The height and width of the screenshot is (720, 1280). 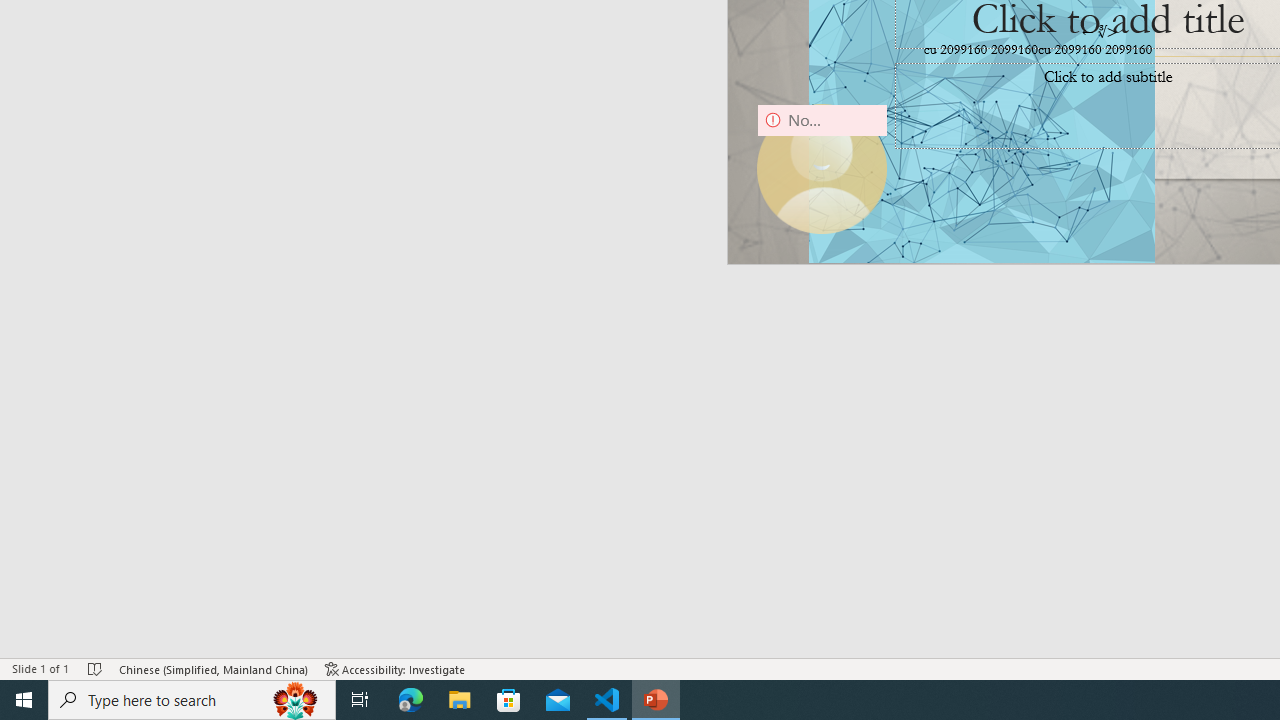 What do you see at coordinates (823, 168) in the screenshot?
I see `'Camera 9, No camera detected.'` at bounding box center [823, 168].